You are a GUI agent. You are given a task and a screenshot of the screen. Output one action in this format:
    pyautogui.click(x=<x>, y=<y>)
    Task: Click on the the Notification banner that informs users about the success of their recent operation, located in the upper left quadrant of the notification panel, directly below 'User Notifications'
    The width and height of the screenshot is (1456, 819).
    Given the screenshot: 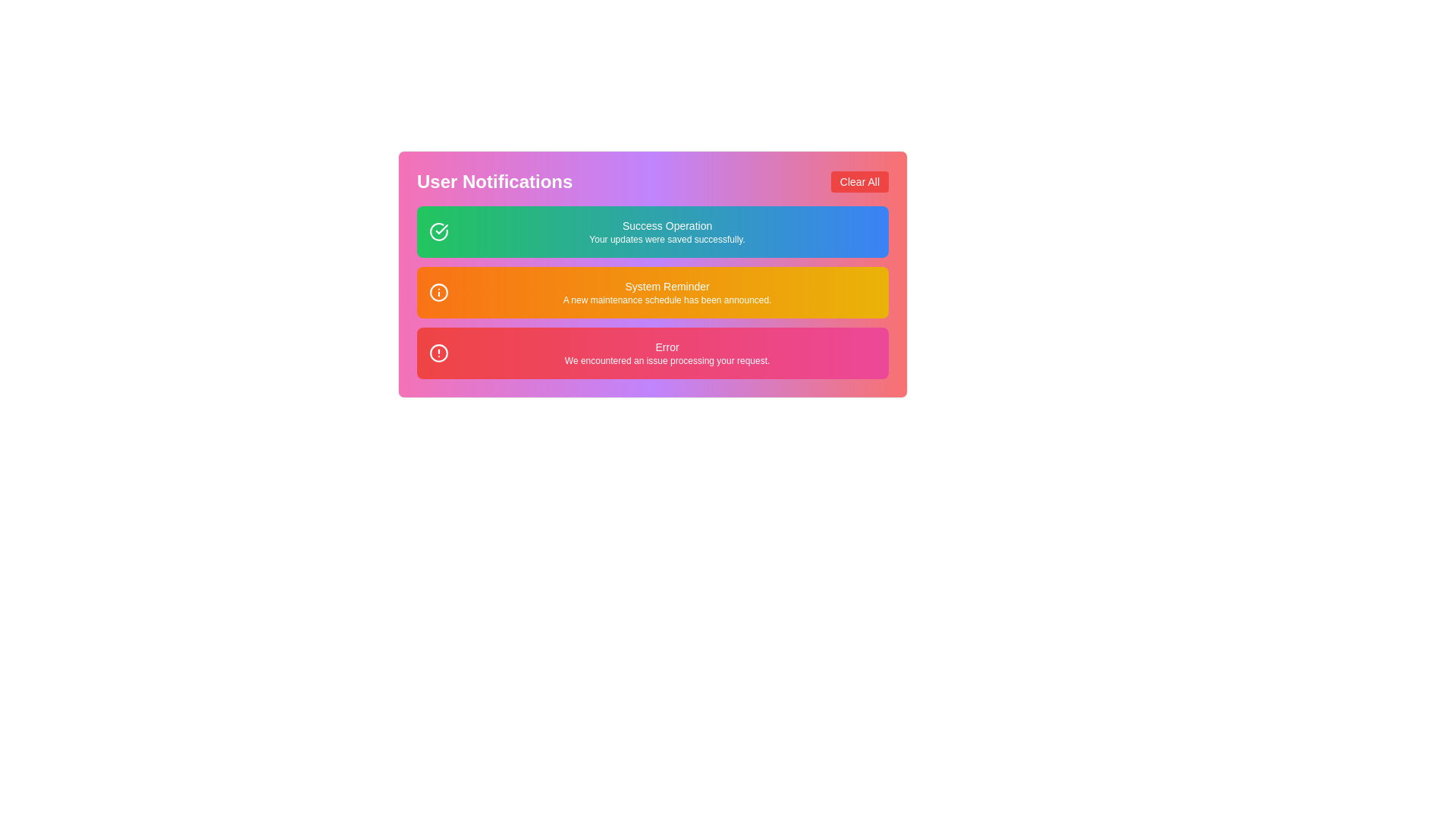 What is the action you would take?
    pyautogui.click(x=667, y=231)
    